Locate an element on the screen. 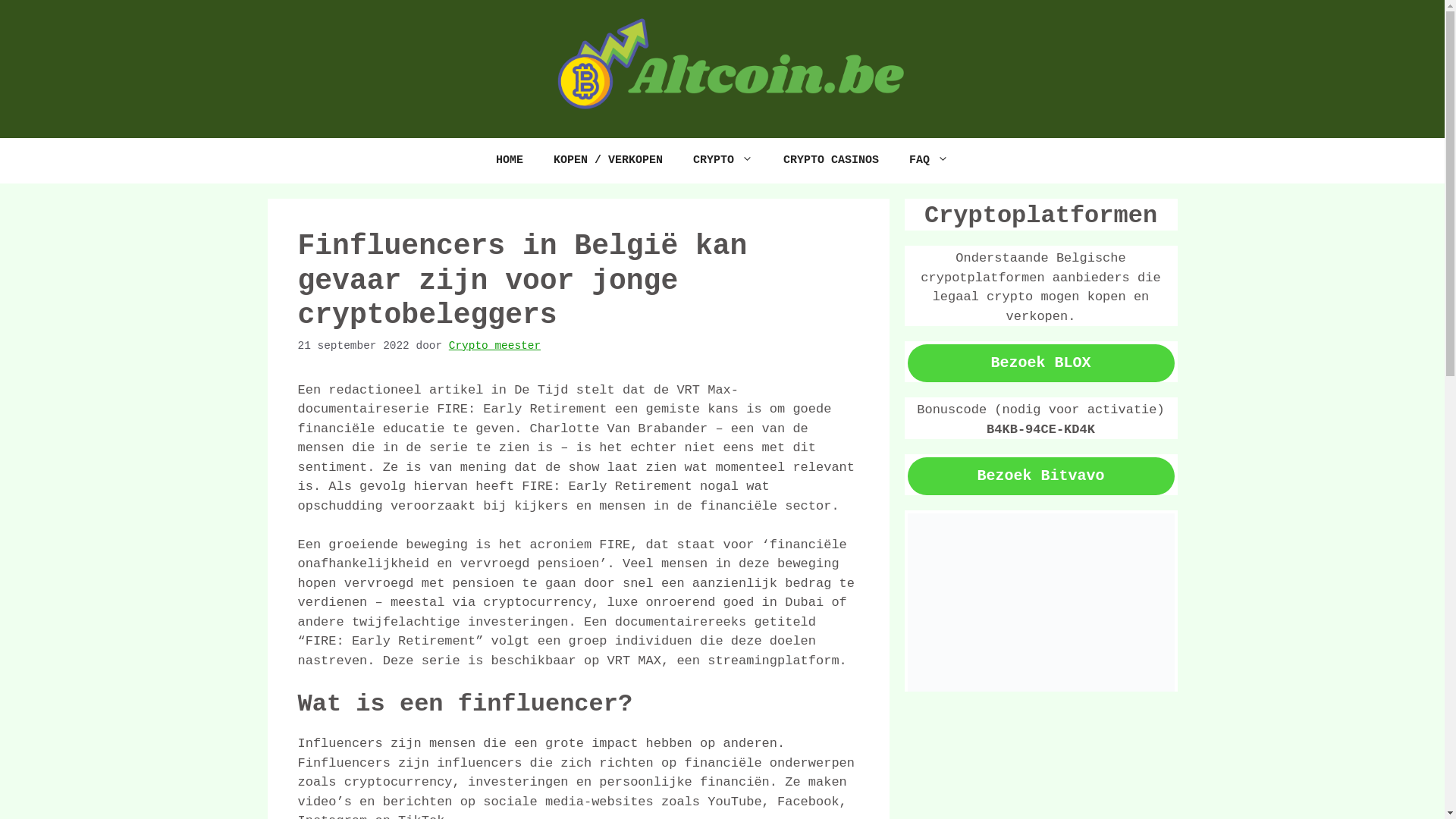 Image resolution: width=1456 pixels, height=819 pixels. 'FAQ' is located at coordinates (927, 161).